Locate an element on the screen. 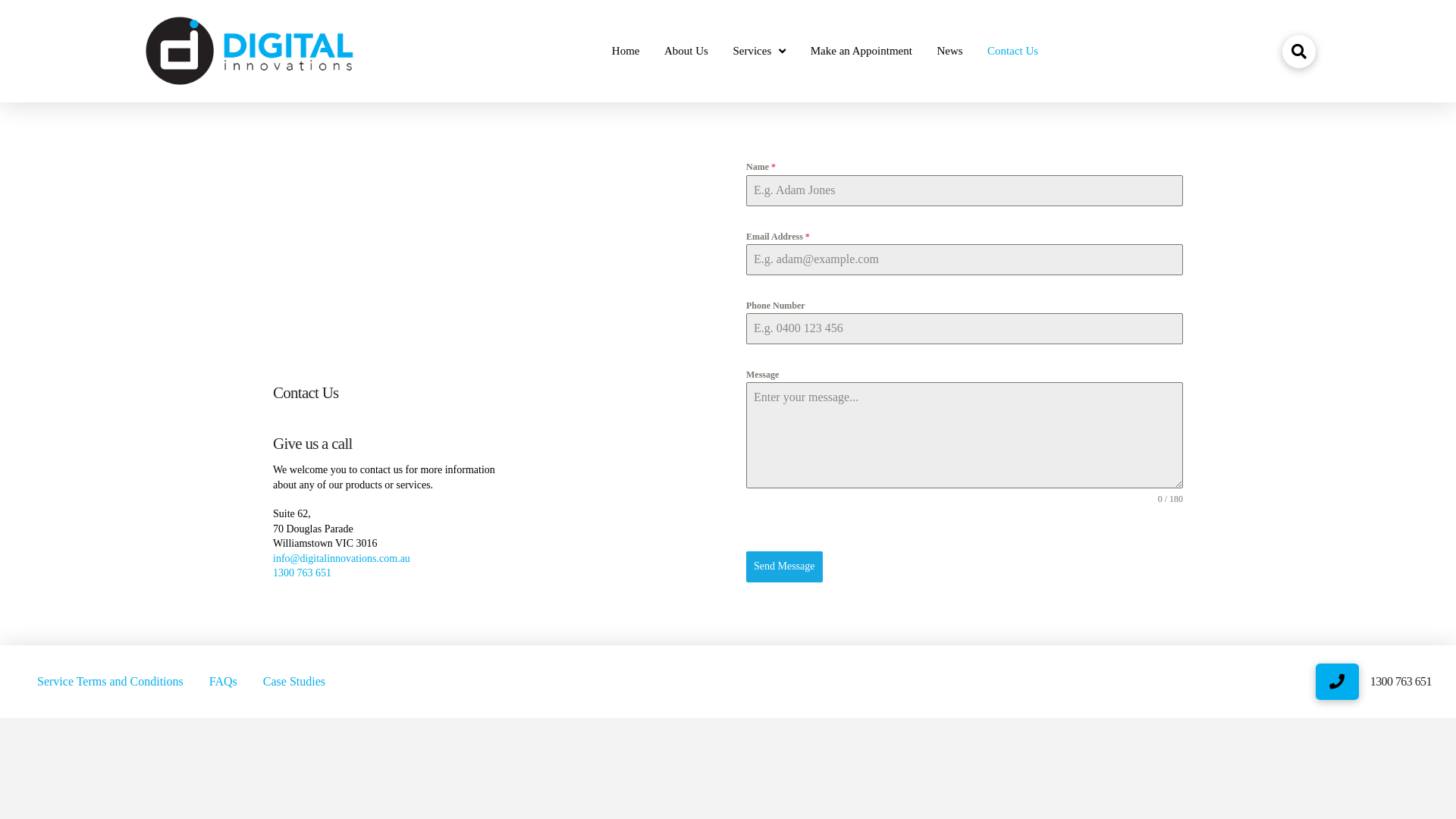 The image size is (1456, 819). 'Send Message' is located at coordinates (745, 566).